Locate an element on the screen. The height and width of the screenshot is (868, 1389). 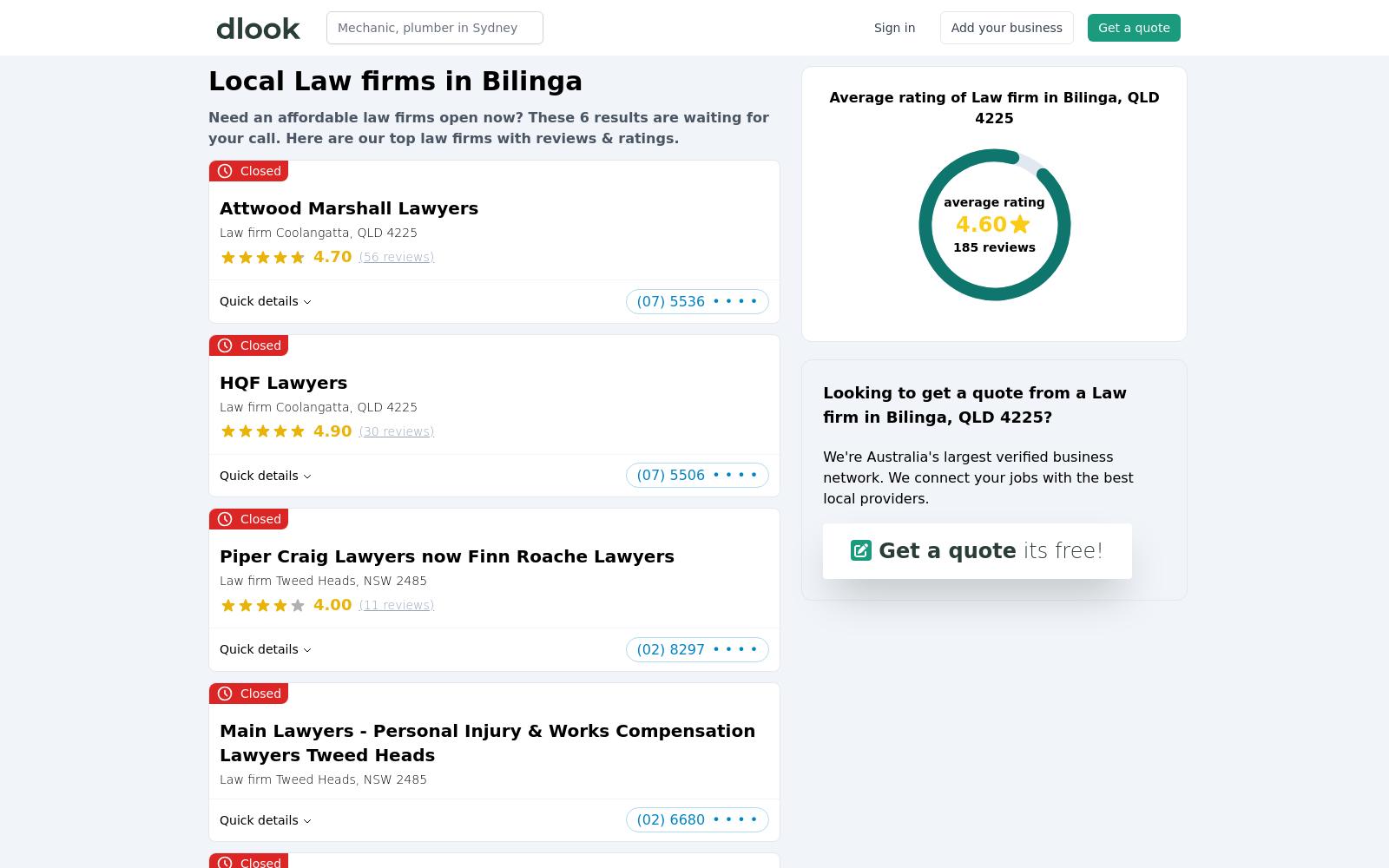
'?' is located at coordinates (1046, 416).